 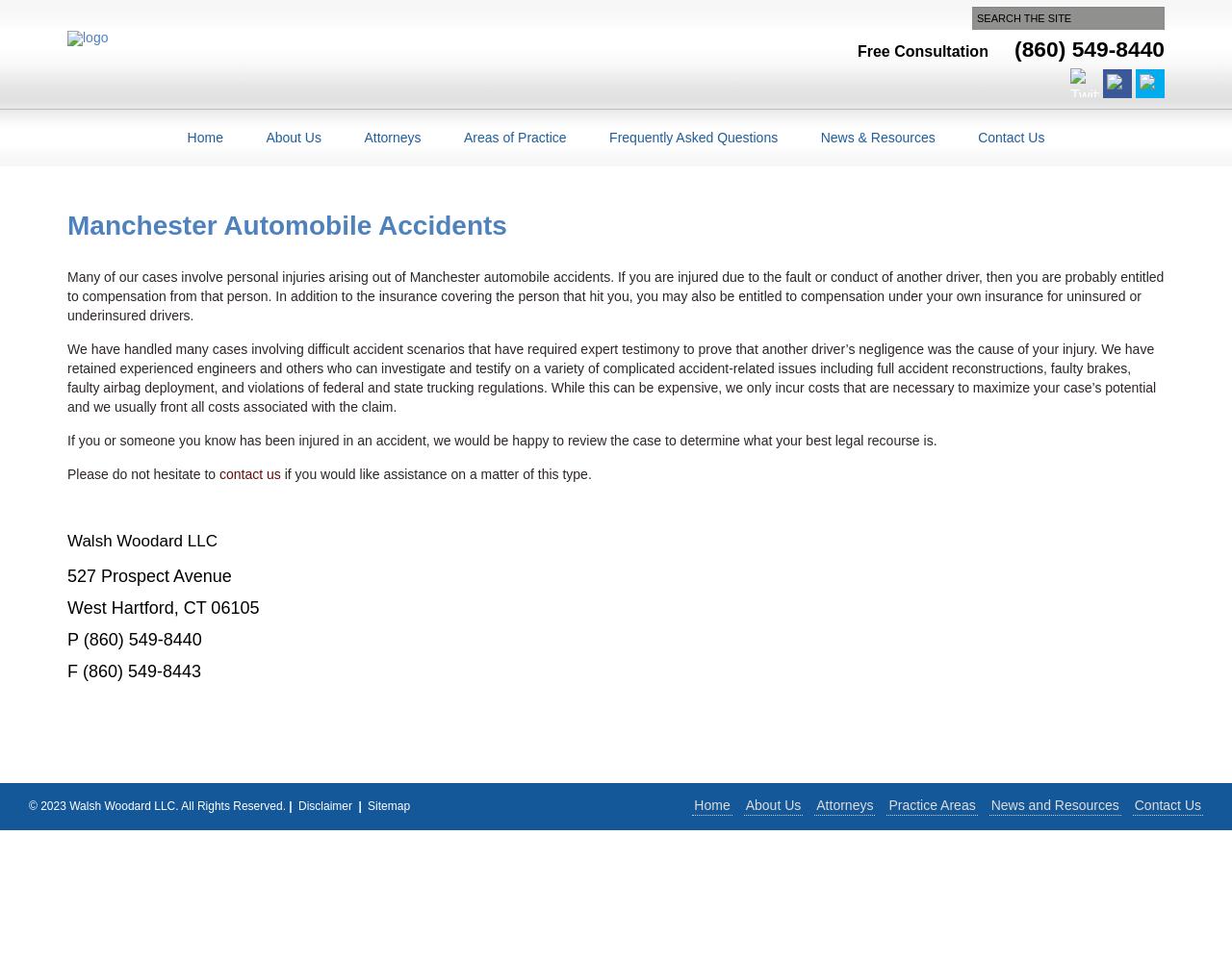 What do you see at coordinates (501, 439) in the screenshot?
I see `'If you or someone you know has been injured in an accident, we would be happy to review the case to determine what your best legal recourse is.'` at bounding box center [501, 439].